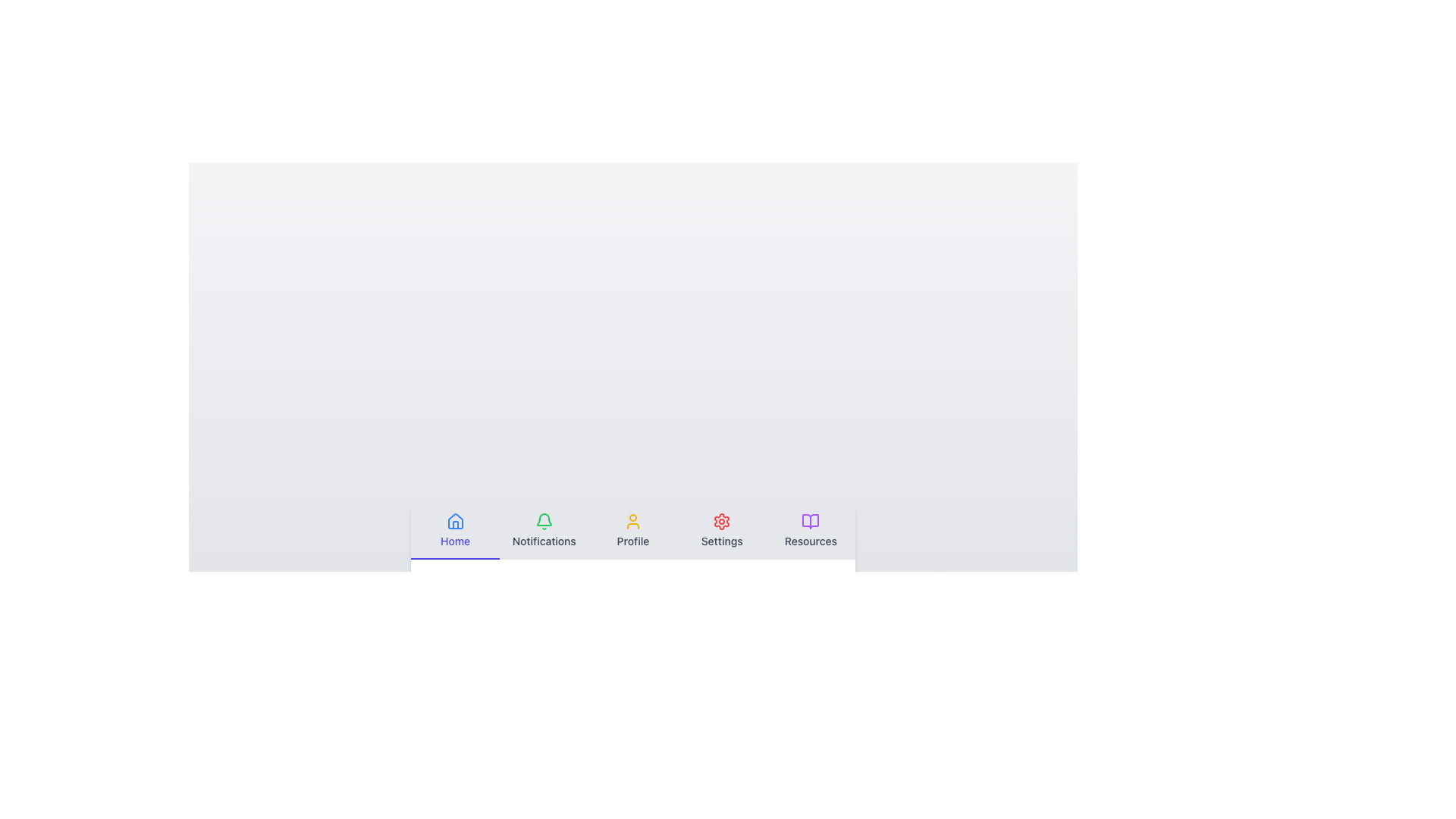  I want to click on the text label displaying 'Profile' in a muted gray shade, located in the bottom navigation bar below a yellow user figure icon, so click(633, 540).